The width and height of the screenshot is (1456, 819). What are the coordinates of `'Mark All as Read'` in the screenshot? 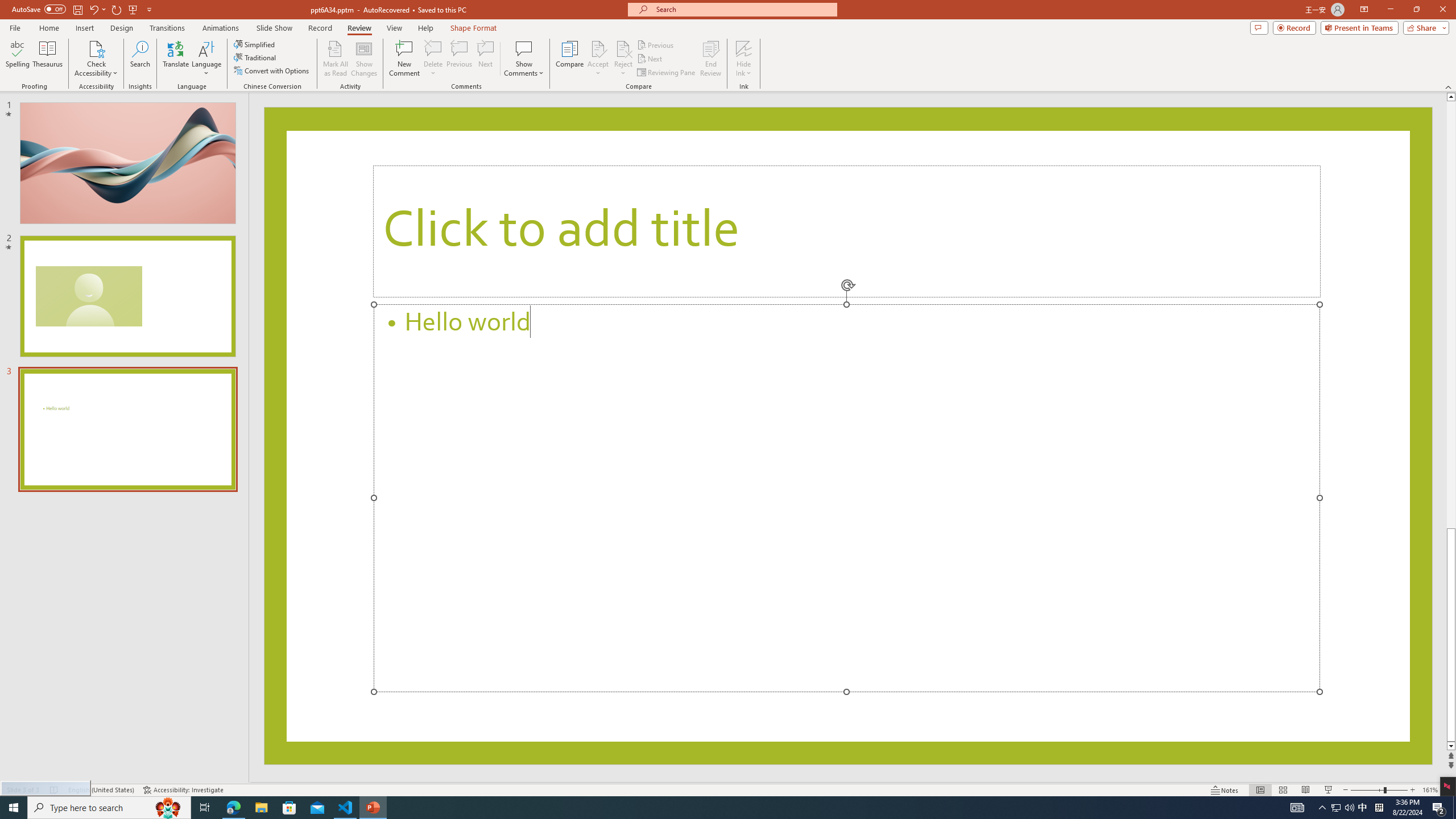 It's located at (336, 59).